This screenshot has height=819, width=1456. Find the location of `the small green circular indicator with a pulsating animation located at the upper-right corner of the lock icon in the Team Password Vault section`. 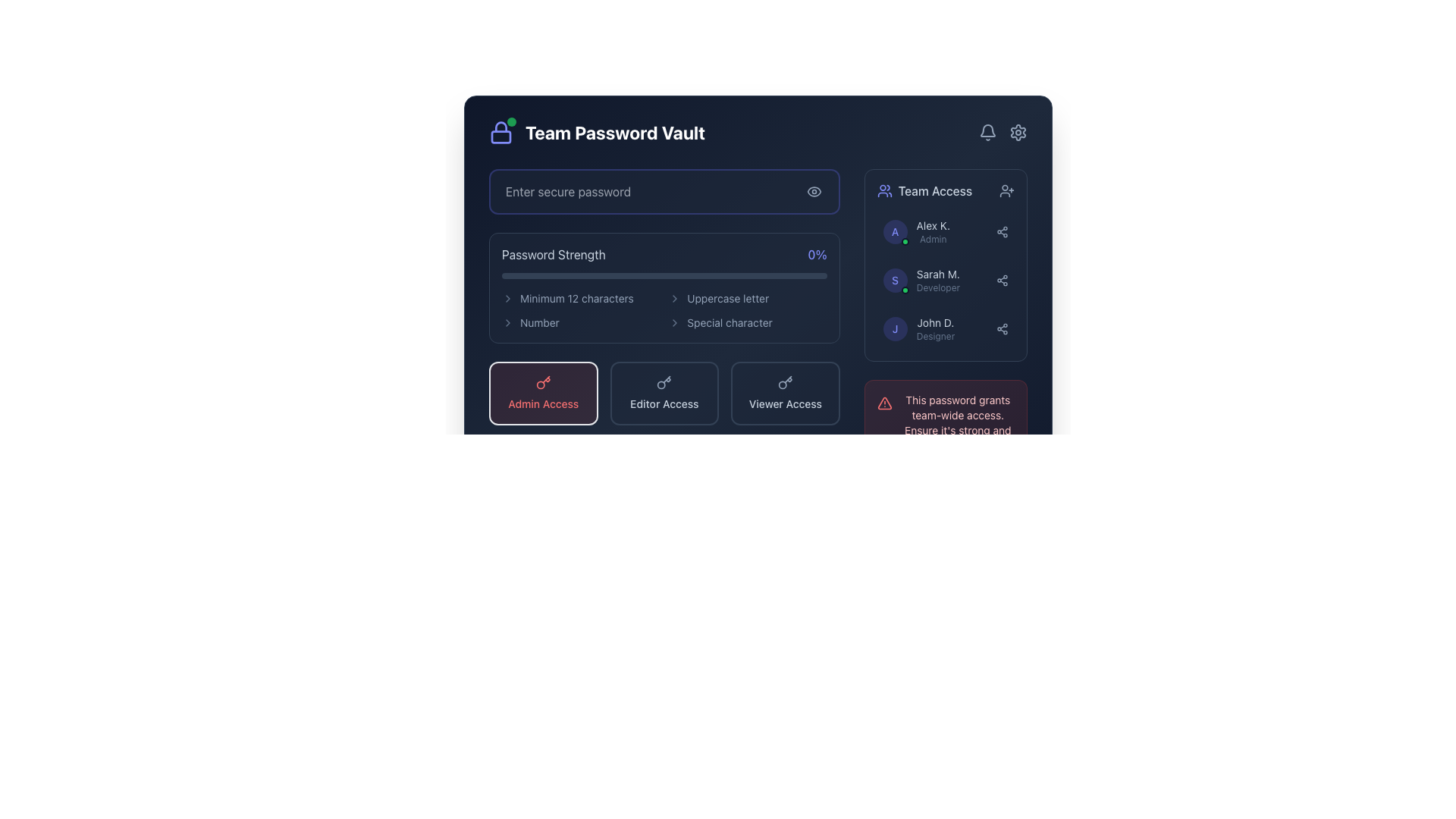

the small green circular indicator with a pulsating animation located at the upper-right corner of the lock icon in the Team Password Vault section is located at coordinates (512, 121).